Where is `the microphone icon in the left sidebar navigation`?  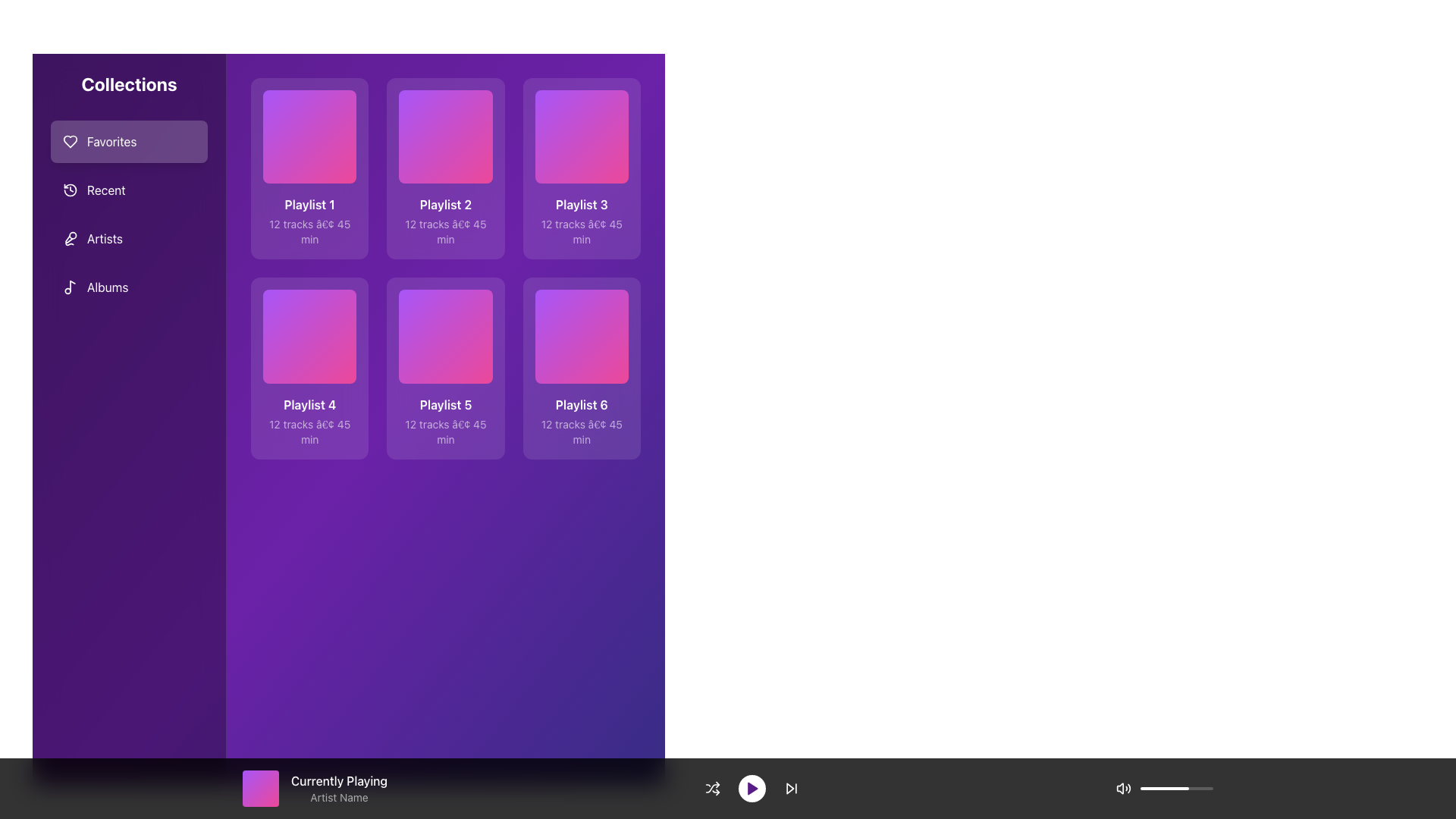 the microphone icon in the left sidebar navigation is located at coordinates (69, 239).